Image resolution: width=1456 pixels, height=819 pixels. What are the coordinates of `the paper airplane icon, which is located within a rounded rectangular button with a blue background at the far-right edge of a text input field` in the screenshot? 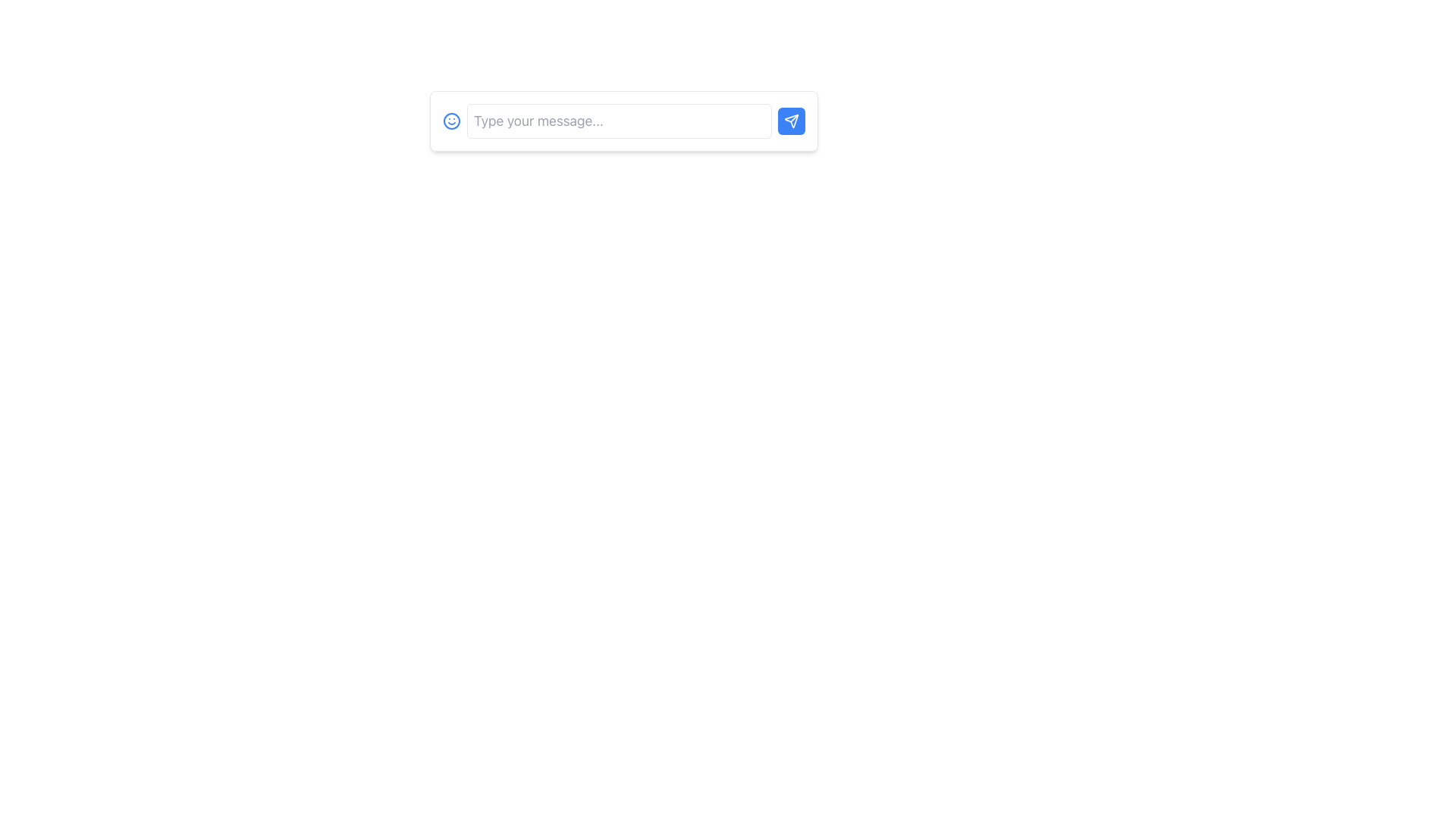 It's located at (790, 120).